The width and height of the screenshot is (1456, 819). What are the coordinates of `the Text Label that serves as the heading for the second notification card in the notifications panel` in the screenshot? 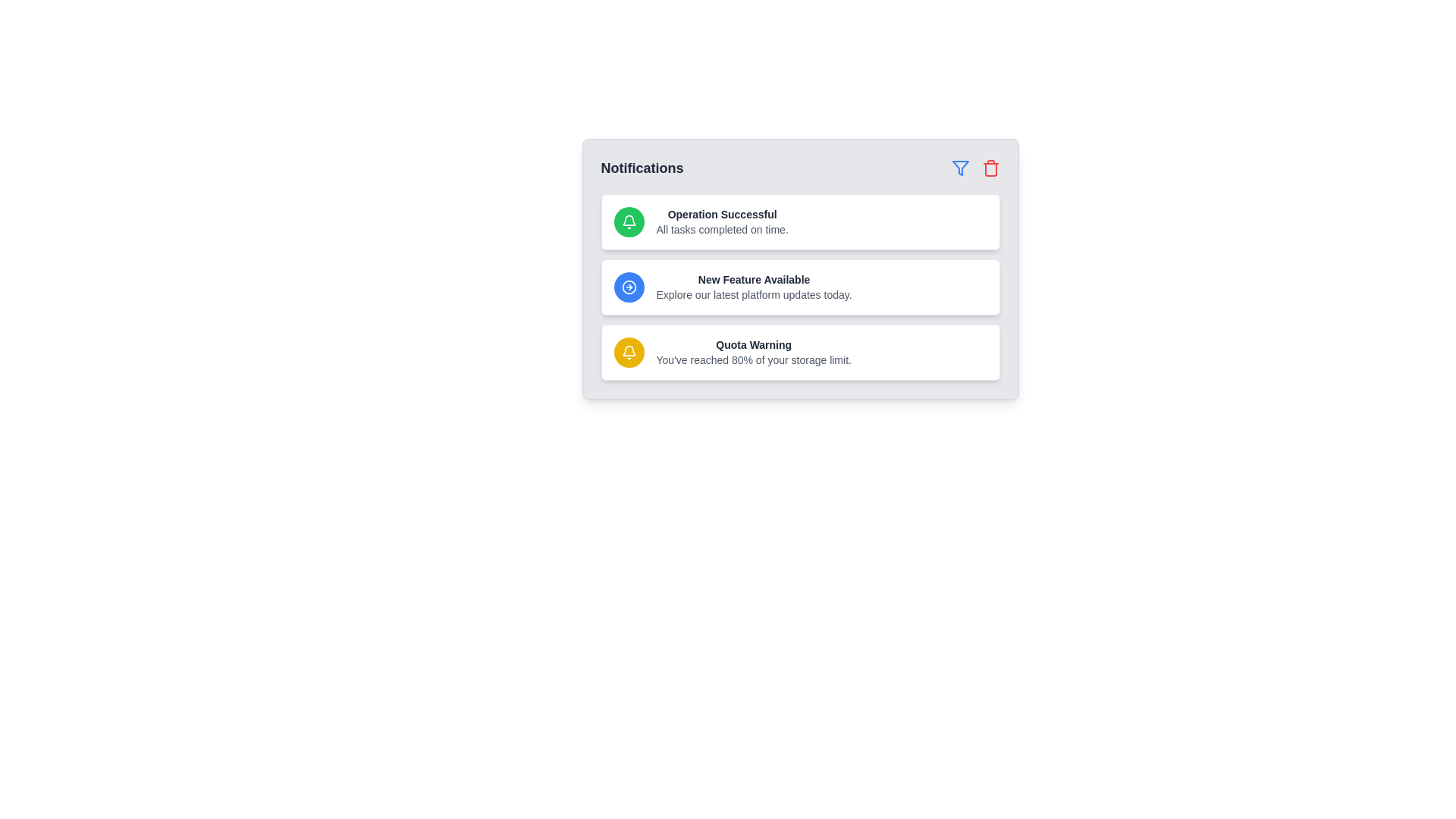 It's located at (754, 280).